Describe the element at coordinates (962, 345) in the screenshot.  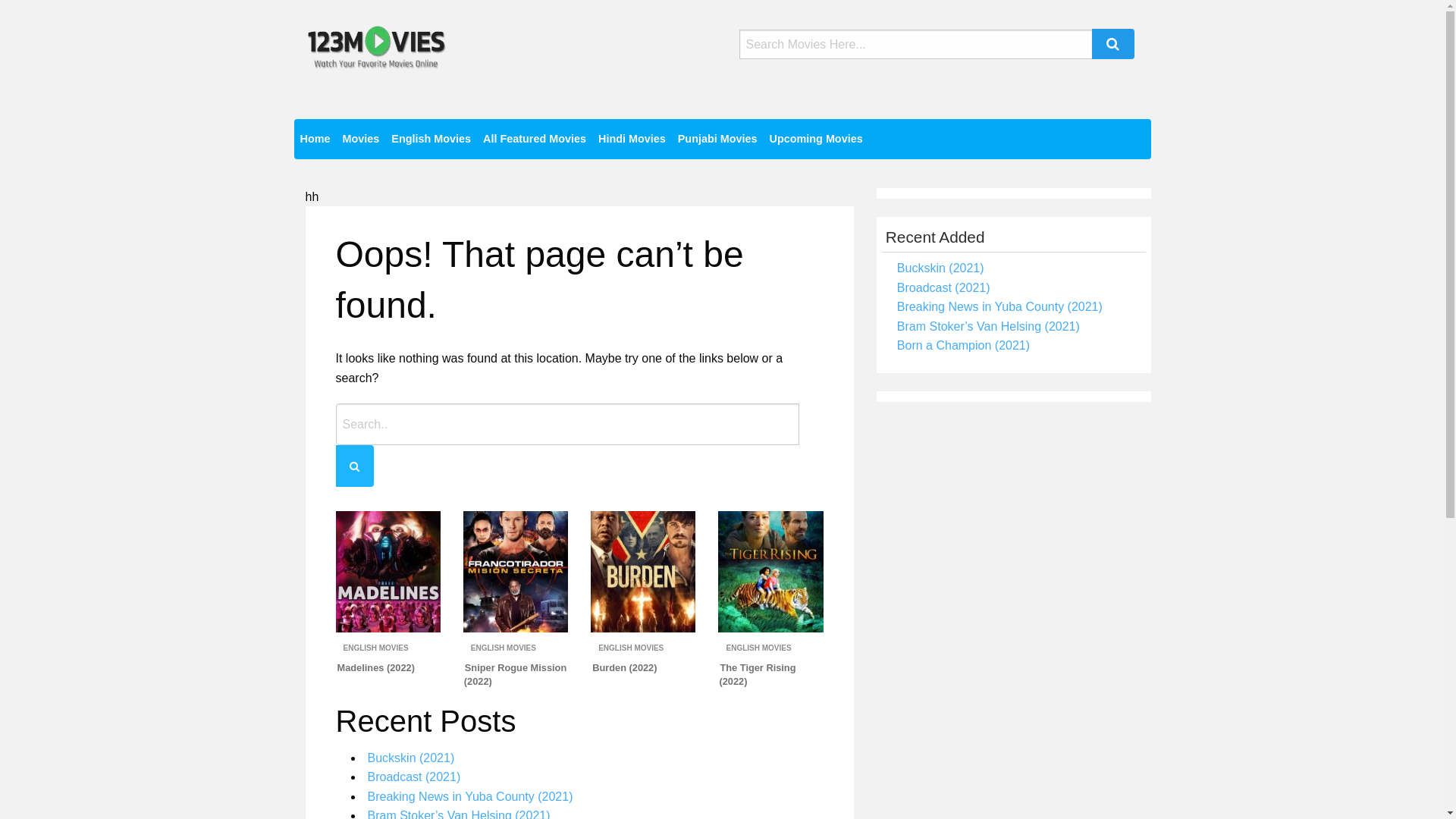
I see `'Born a Champion (2021)'` at that location.